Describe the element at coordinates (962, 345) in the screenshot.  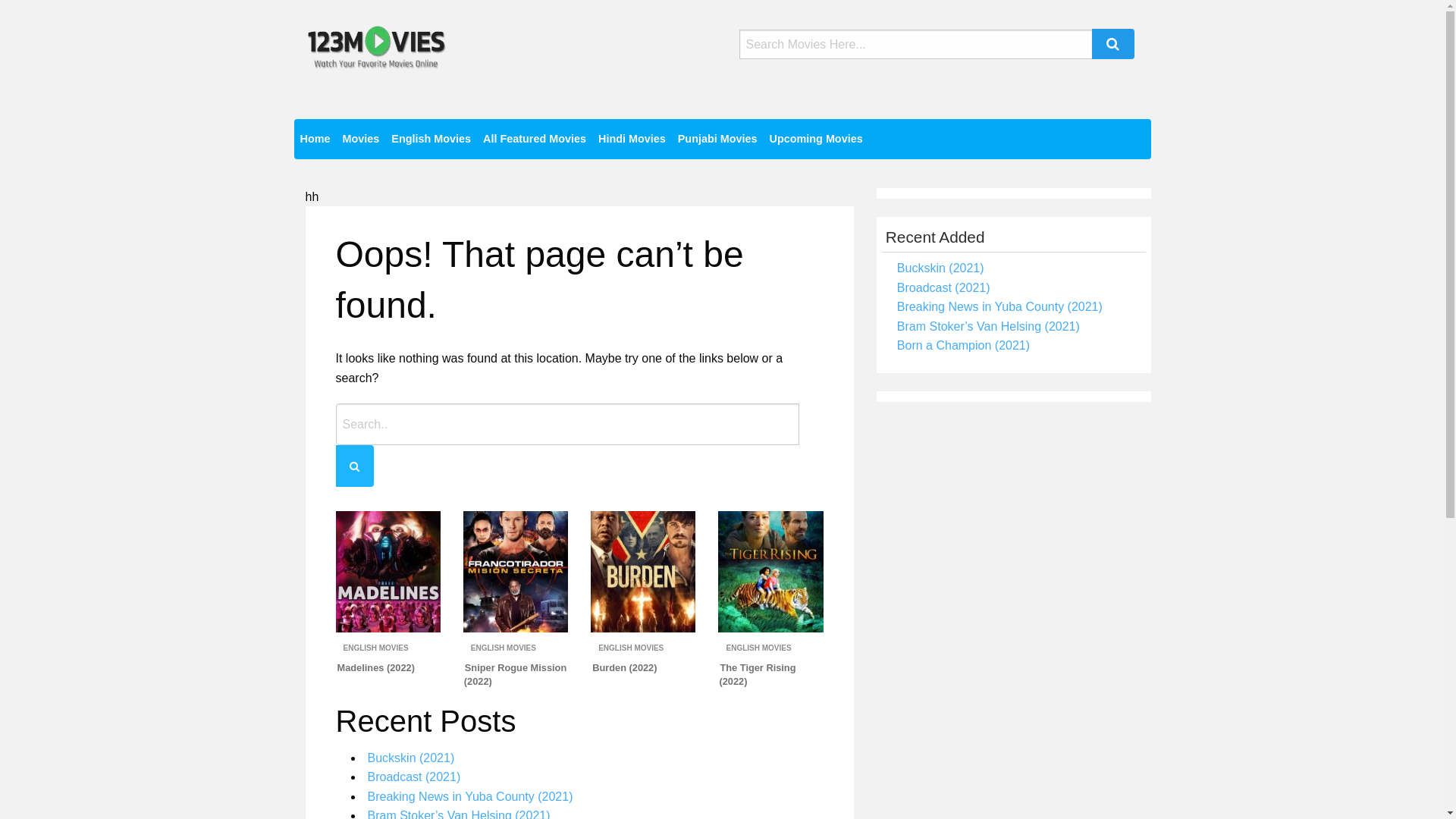
I see `'Born a Champion (2021)'` at that location.